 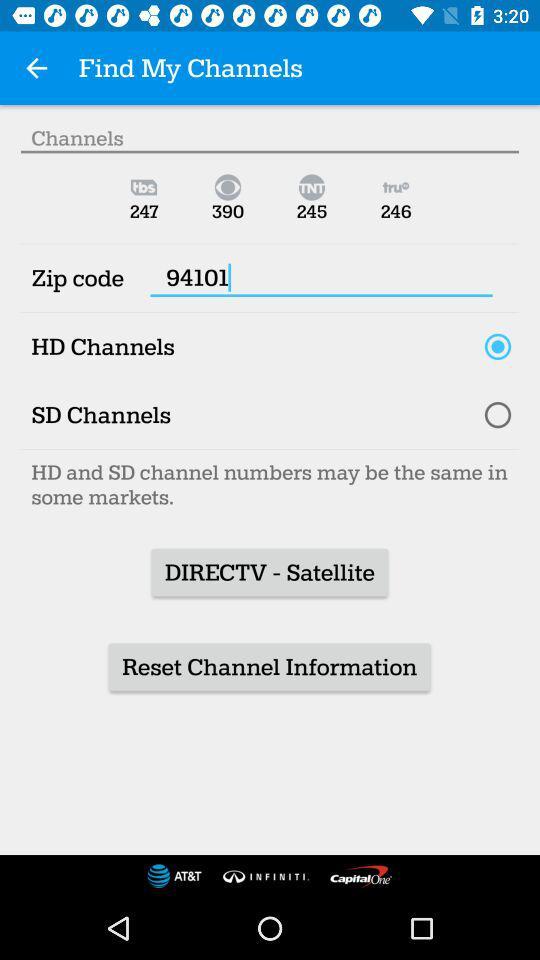 What do you see at coordinates (496, 414) in the screenshot?
I see `sd channels` at bounding box center [496, 414].